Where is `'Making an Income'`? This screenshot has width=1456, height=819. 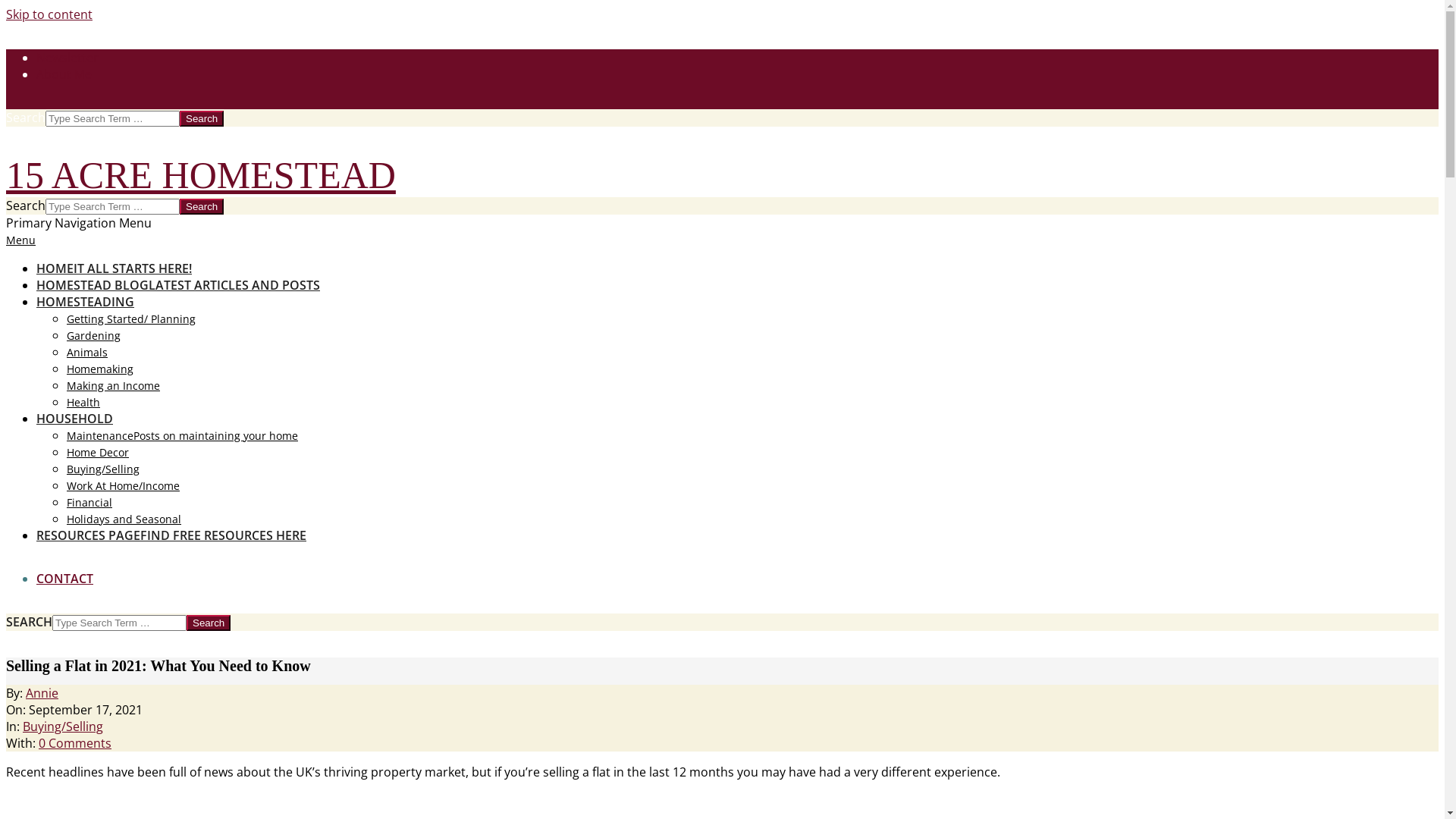
'Making an Income' is located at coordinates (112, 384).